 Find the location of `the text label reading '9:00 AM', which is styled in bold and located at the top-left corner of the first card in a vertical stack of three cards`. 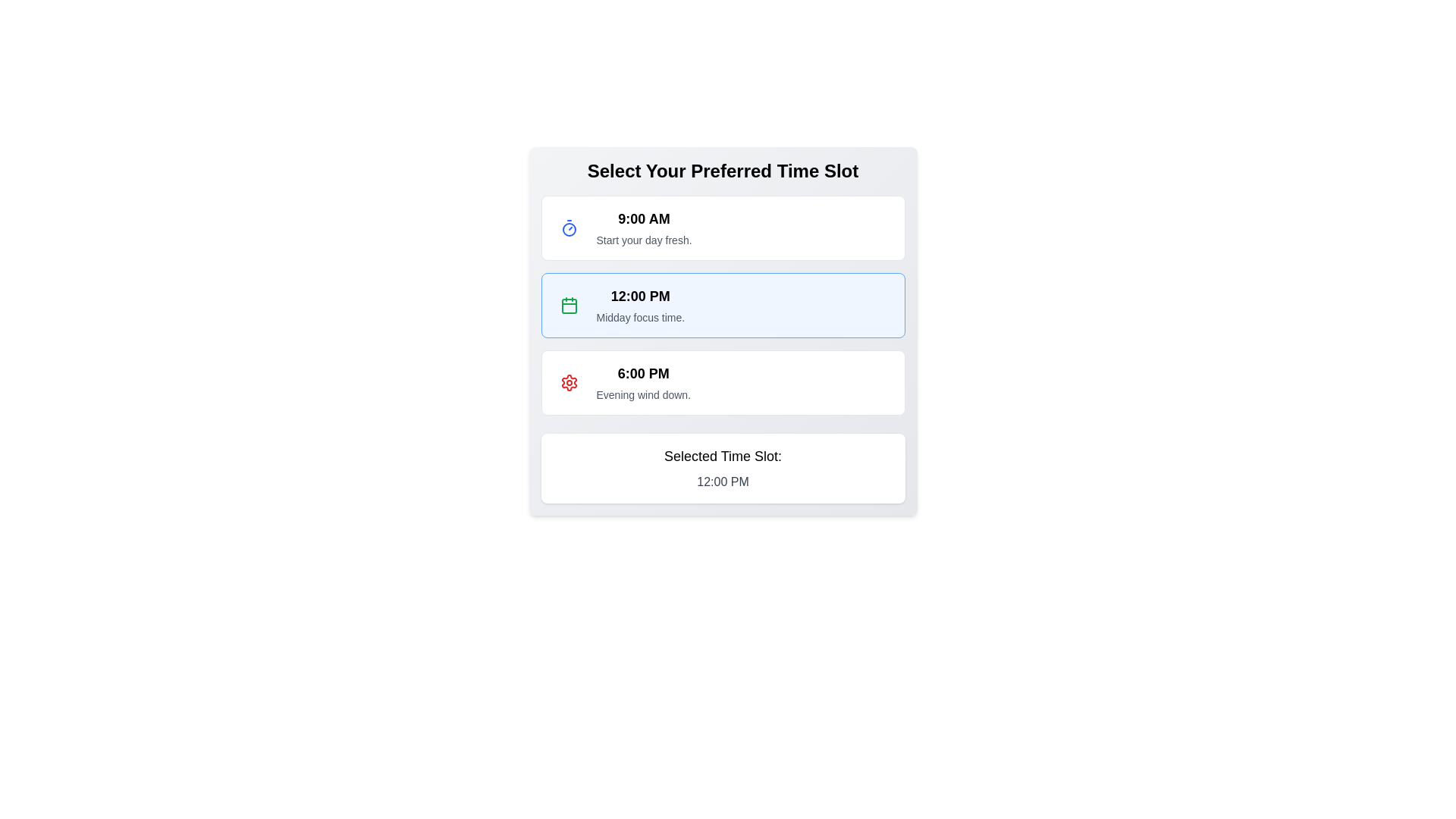

the text label reading '9:00 AM', which is styled in bold and located at the top-left corner of the first card in a vertical stack of three cards is located at coordinates (644, 219).